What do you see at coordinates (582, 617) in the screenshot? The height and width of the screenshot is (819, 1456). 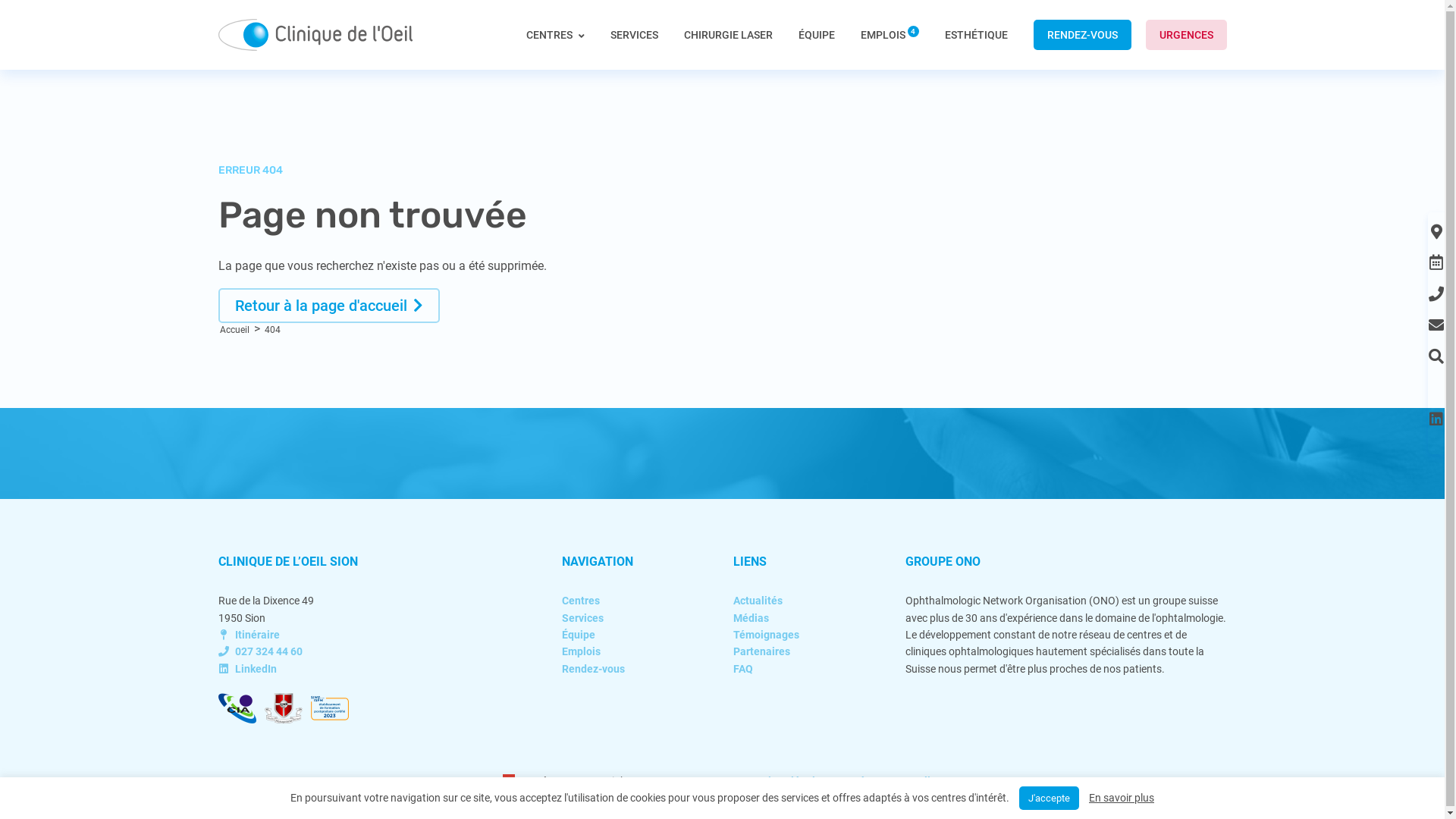 I see `'Services'` at bounding box center [582, 617].